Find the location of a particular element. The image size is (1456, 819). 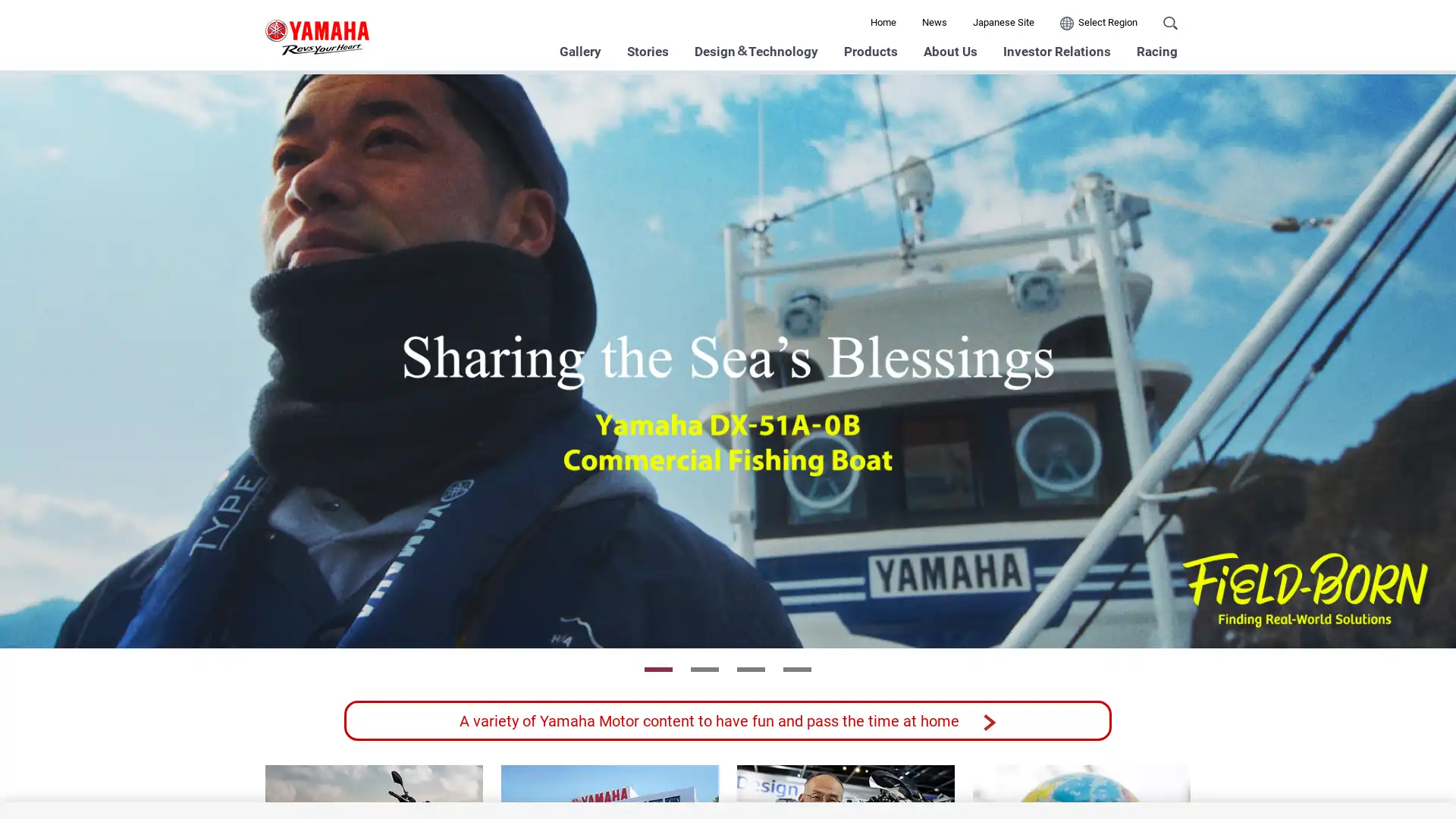

OK is located at coordinates (1201, 773).